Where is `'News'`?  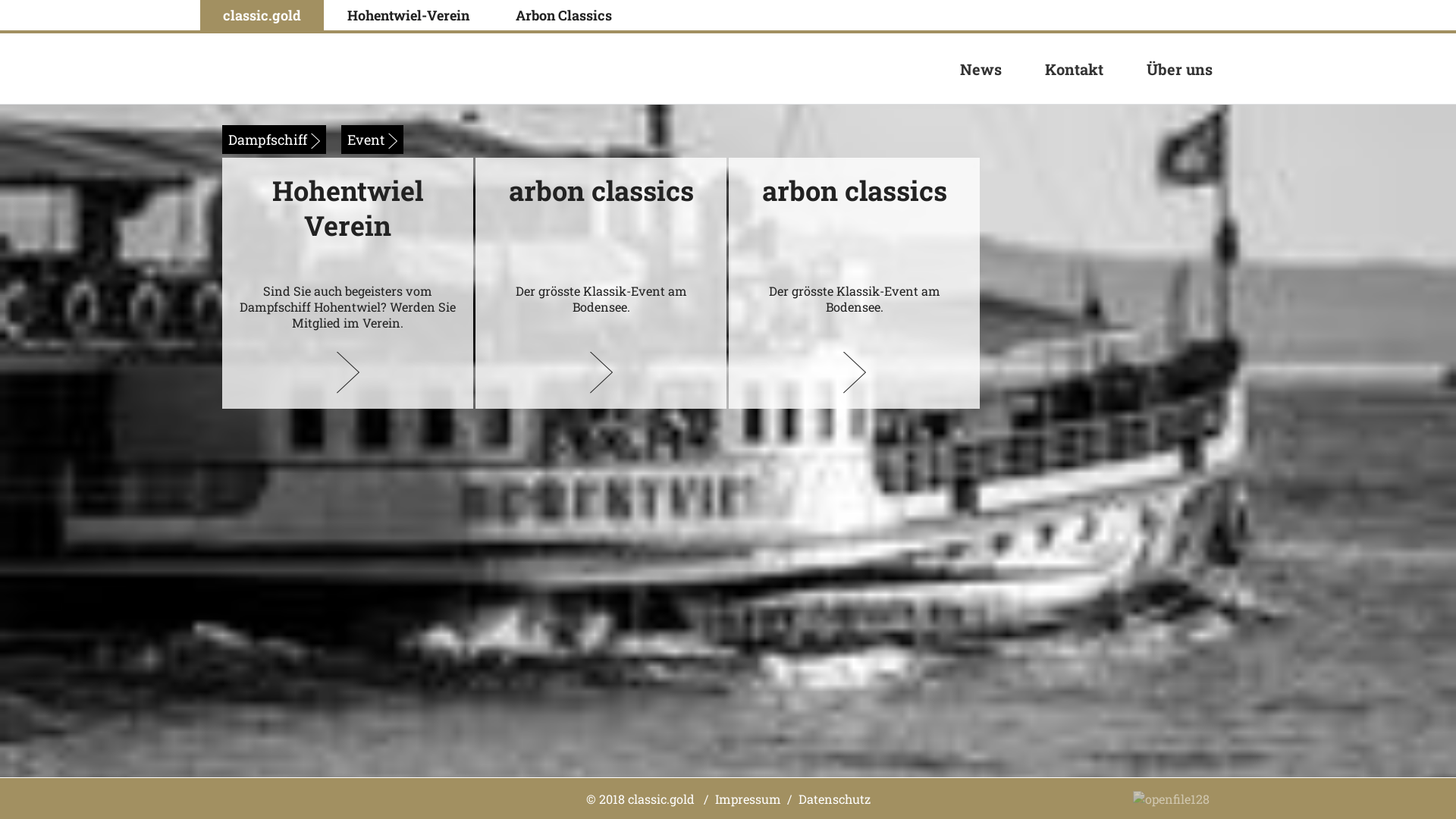
'News' is located at coordinates (981, 68).